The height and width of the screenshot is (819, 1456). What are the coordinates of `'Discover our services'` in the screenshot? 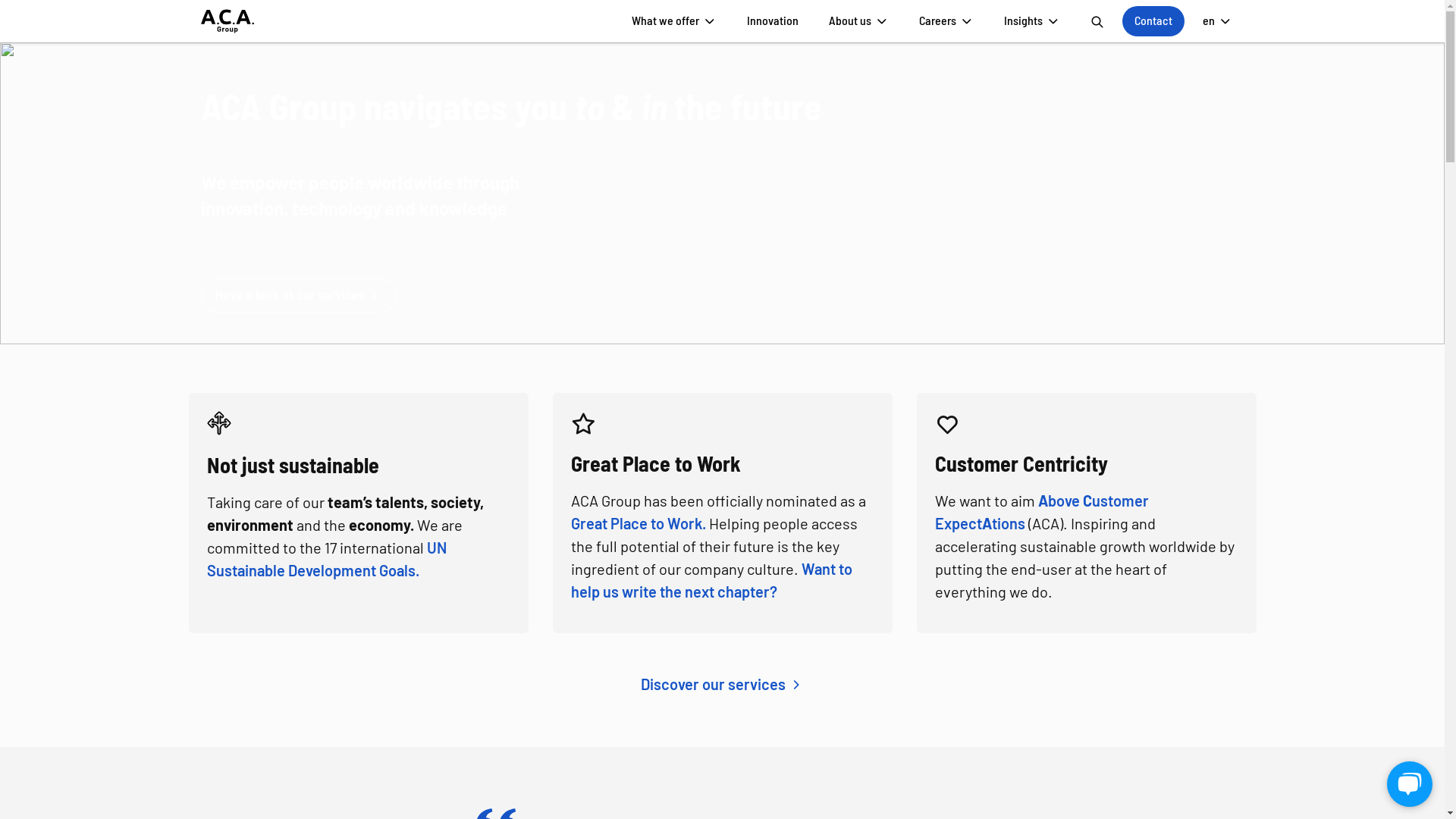 It's located at (721, 684).